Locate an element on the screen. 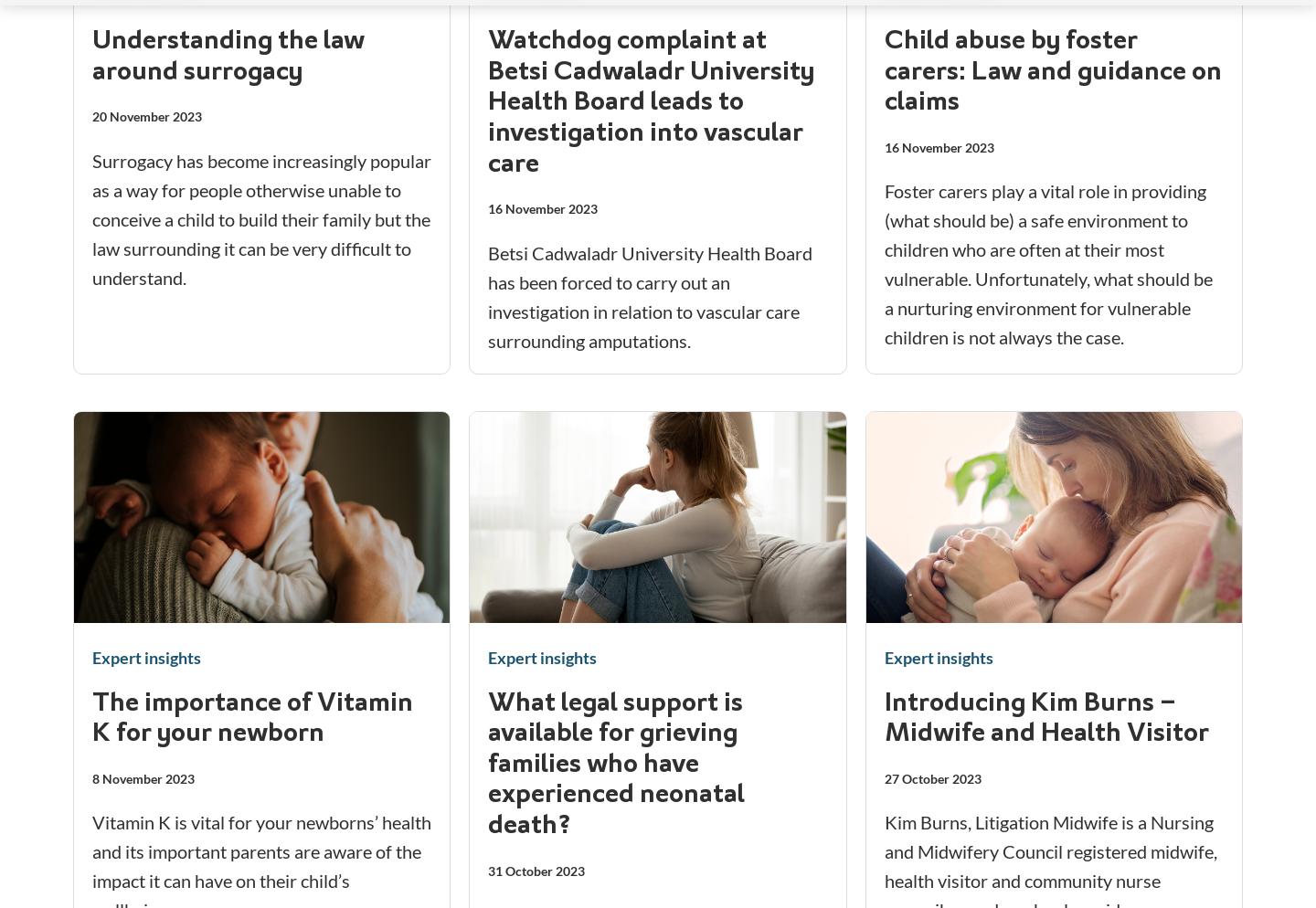  'Introducing Kim Burns – Midwife and Health Visitor' is located at coordinates (882, 719).